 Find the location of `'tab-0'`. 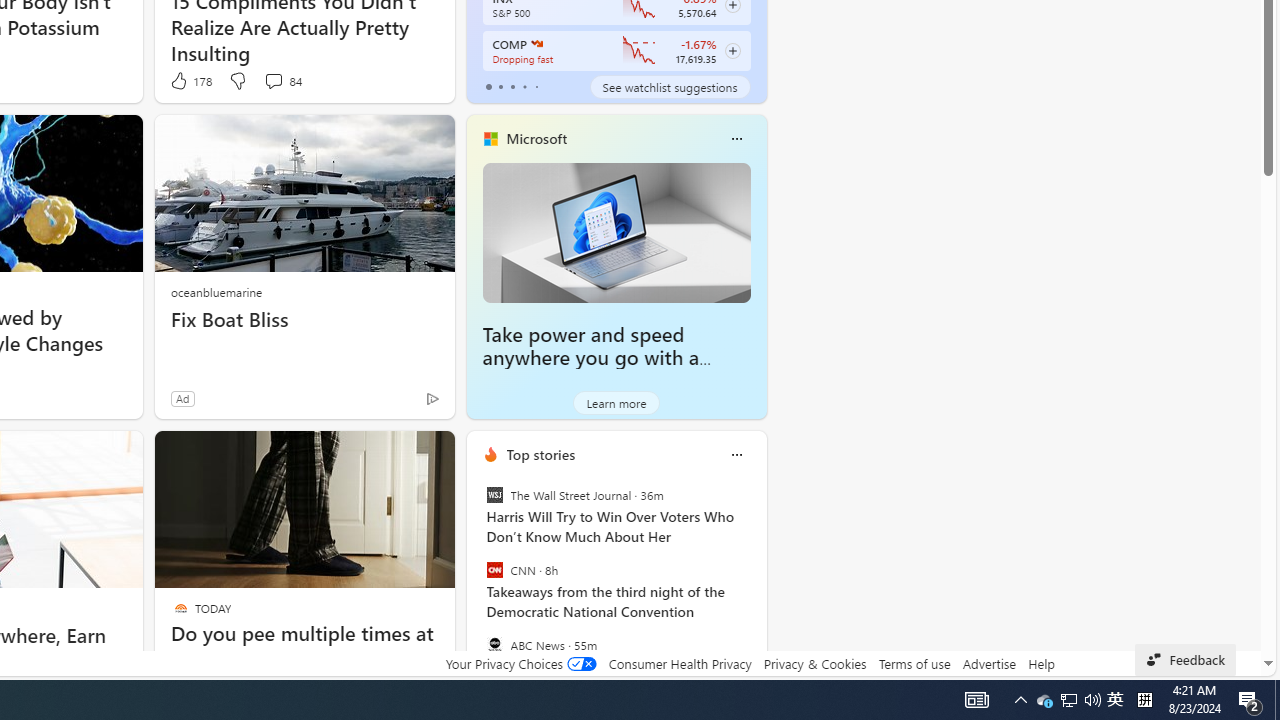

'tab-0' is located at coordinates (488, 86).